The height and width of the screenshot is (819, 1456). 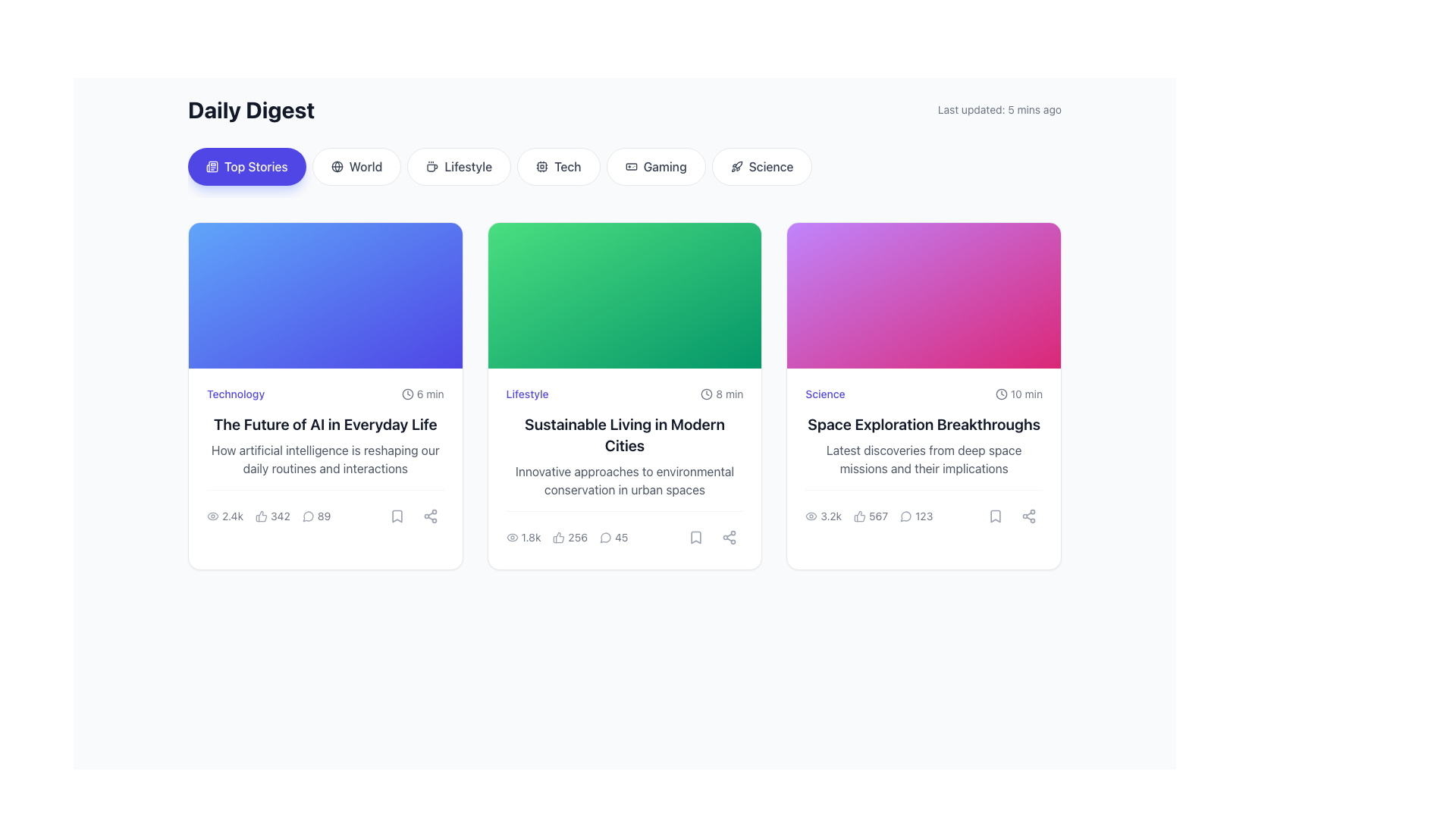 I want to click on the 'Science' category filter button located at the top right of the interface, so click(x=762, y=166).